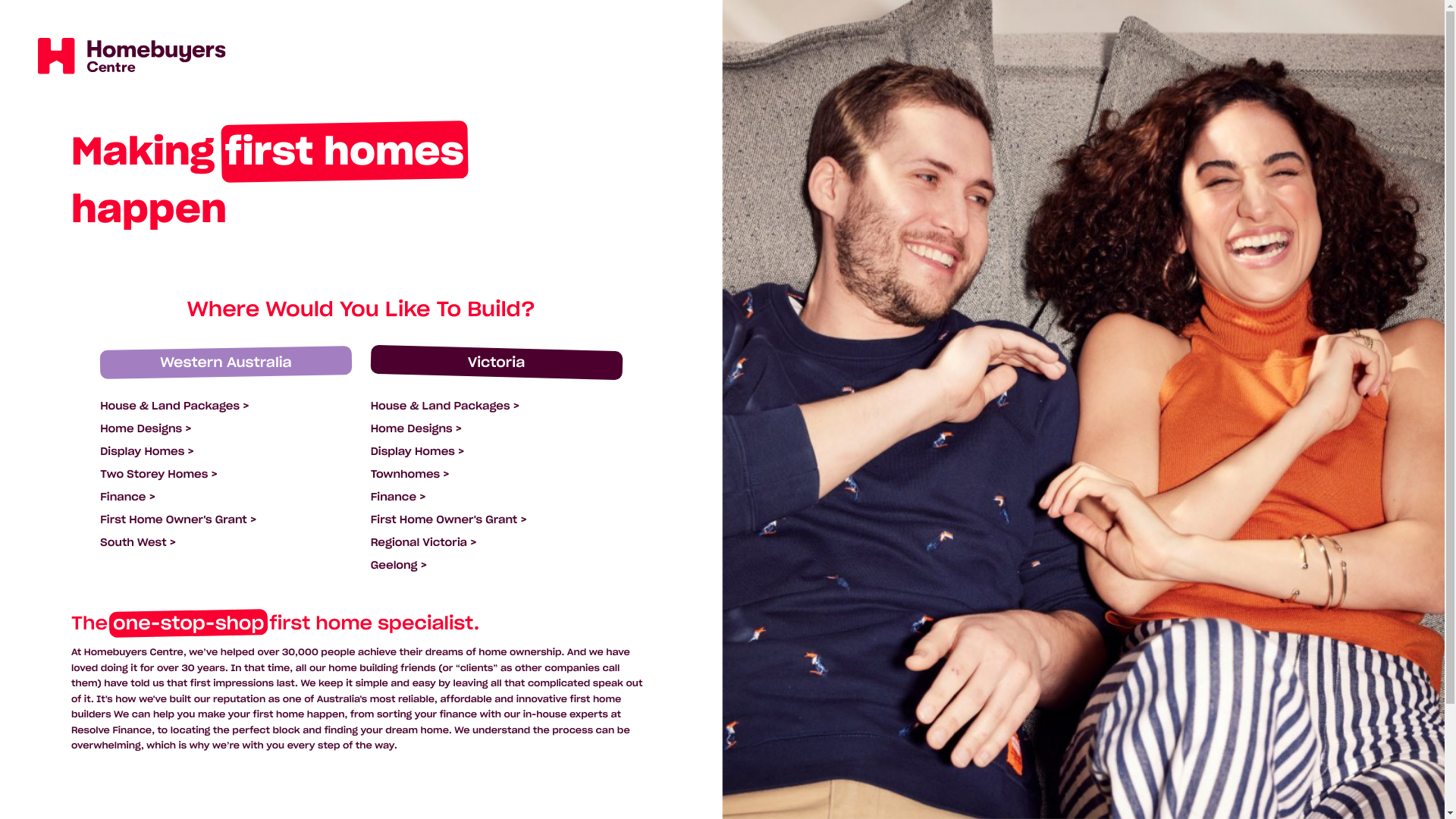 Image resolution: width=1456 pixels, height=819 pixels. What do you see at coordinates (146, 450) in the screenshot?
I see `'Display Homes >'` at bounding box center [146, 450].